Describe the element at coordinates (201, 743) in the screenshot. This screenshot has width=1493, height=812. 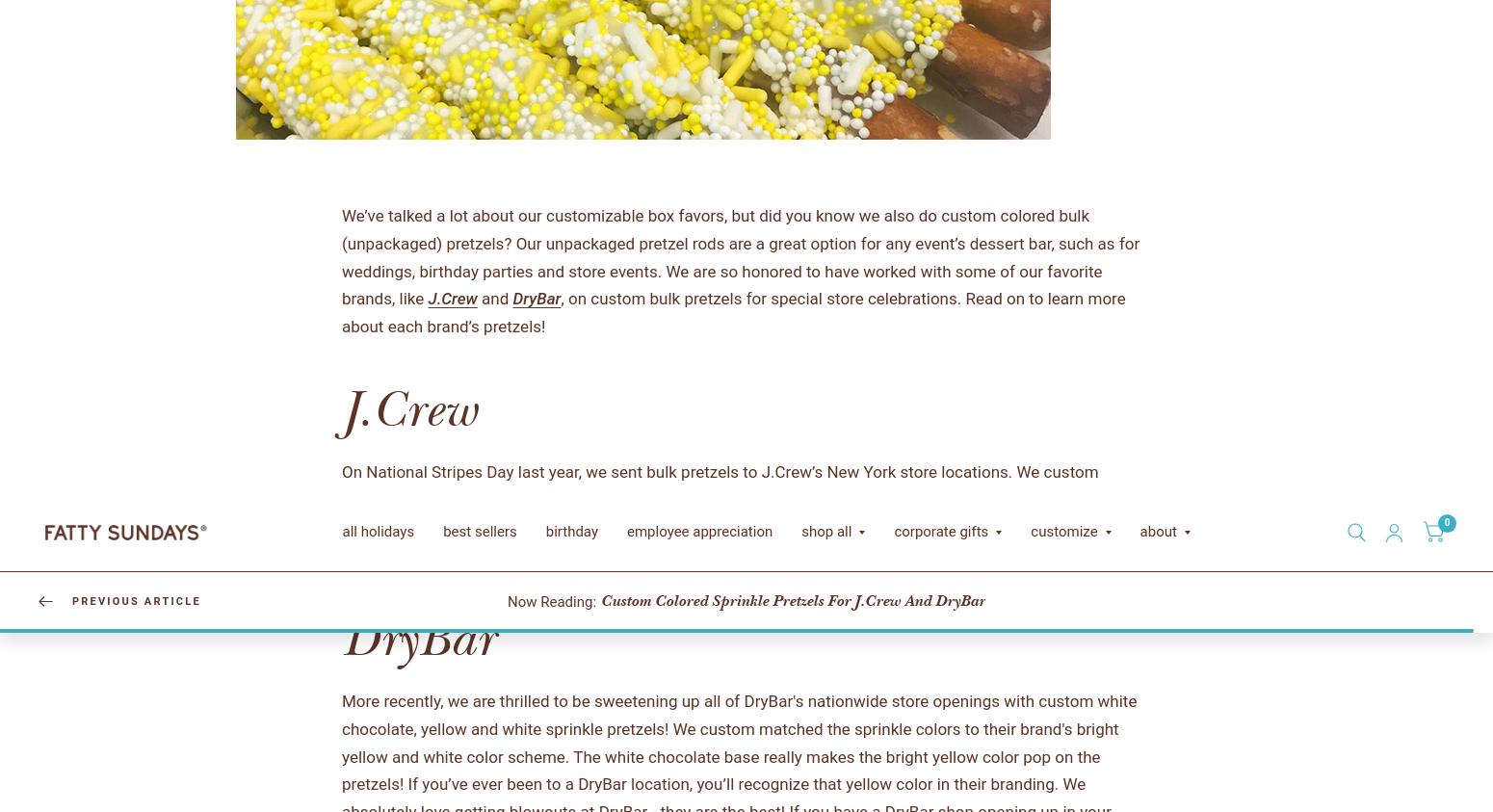
I see `'employee appreciation'` at that location.